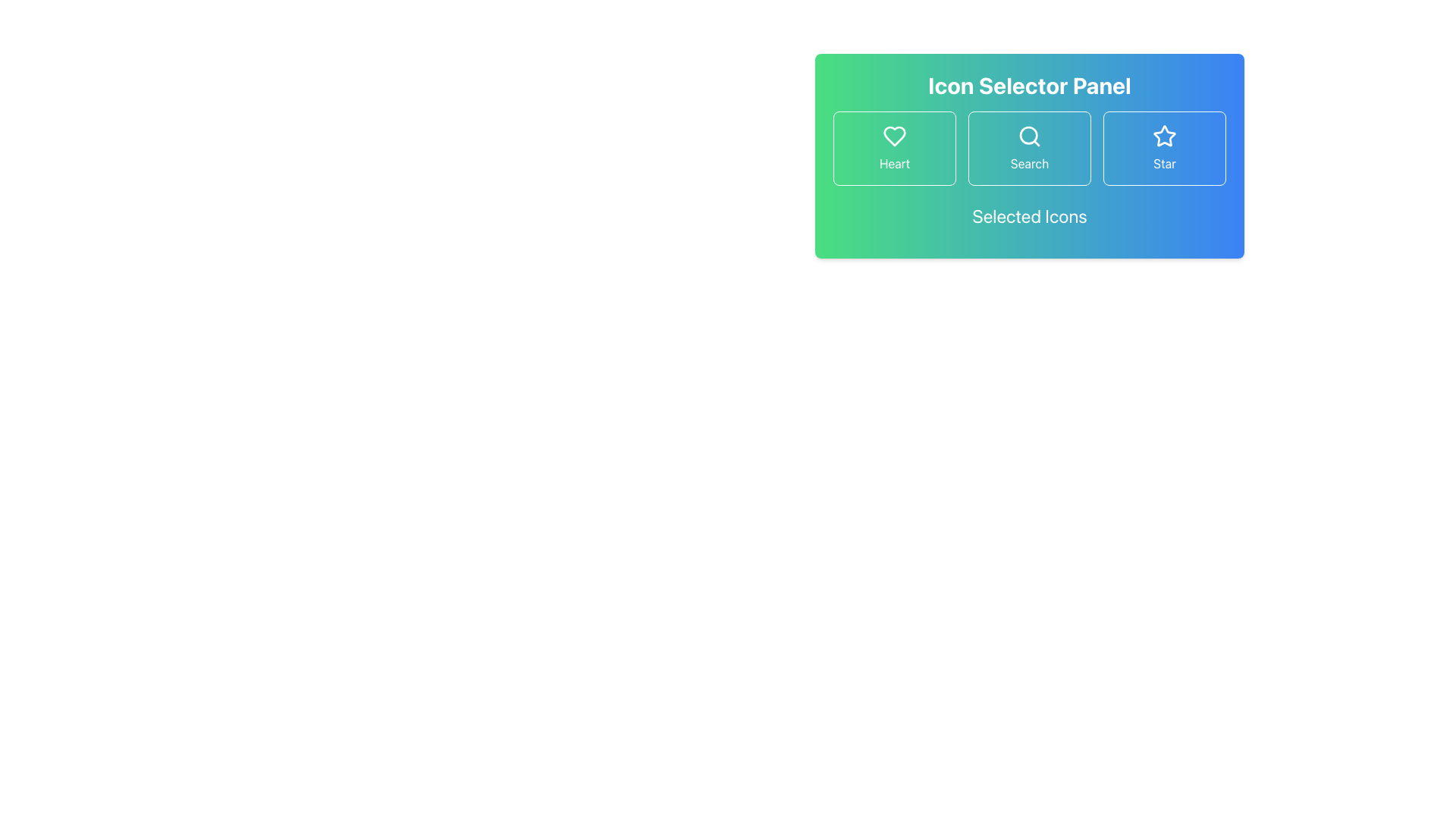 Image resolution: width=1456 pixels, height=819 pixels. I want to click on text of the descriptive label for the star icon located below the star icon in the top right of the interface, so click(1164, 164).